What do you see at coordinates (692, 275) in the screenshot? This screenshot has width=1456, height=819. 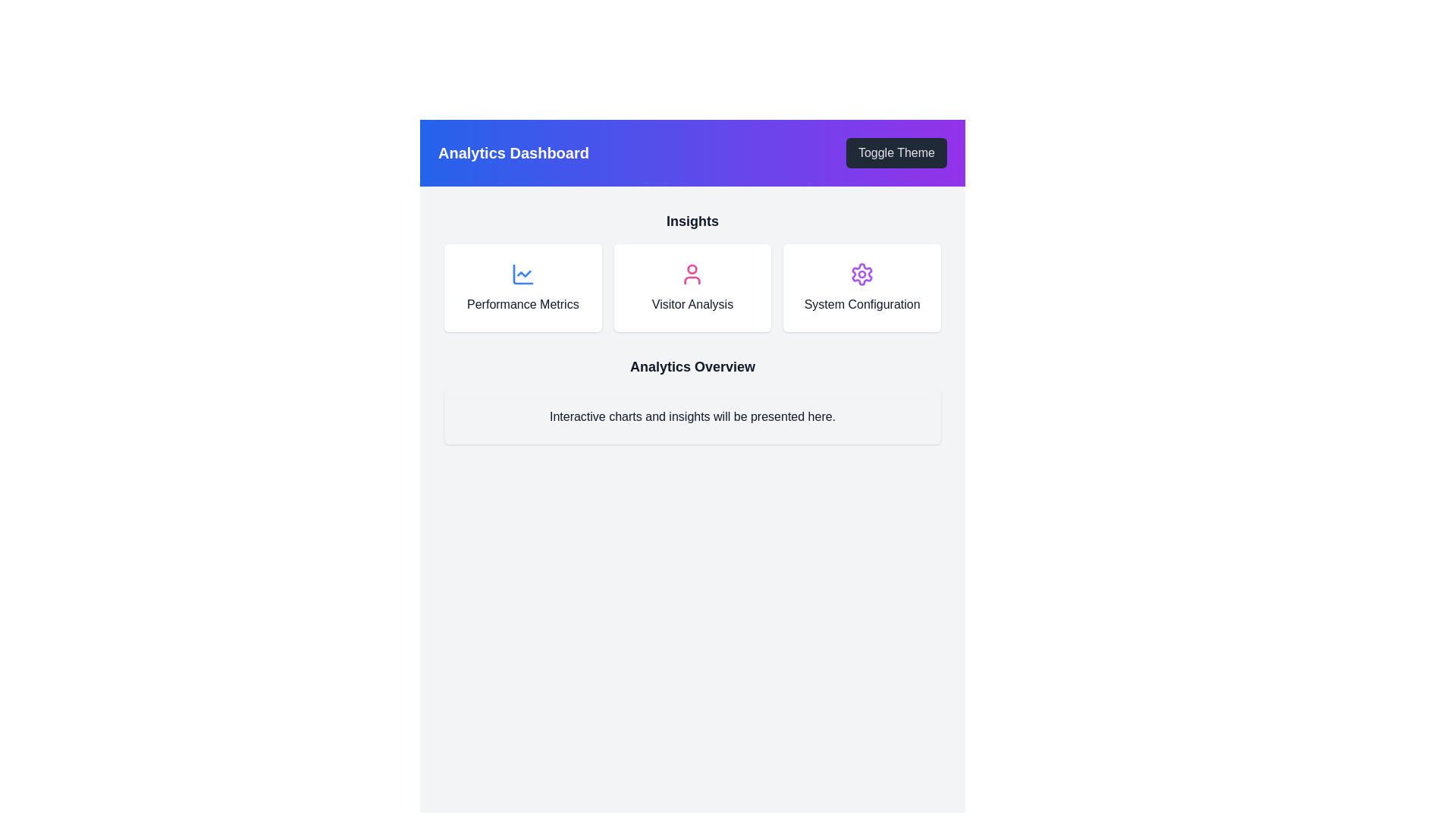 I see `the user icon styled in pink, which is positioned above the 'Visitor Analysis' text label, for interaction within the 'Visitor Analysis' section` at bounding box center [692, 275].